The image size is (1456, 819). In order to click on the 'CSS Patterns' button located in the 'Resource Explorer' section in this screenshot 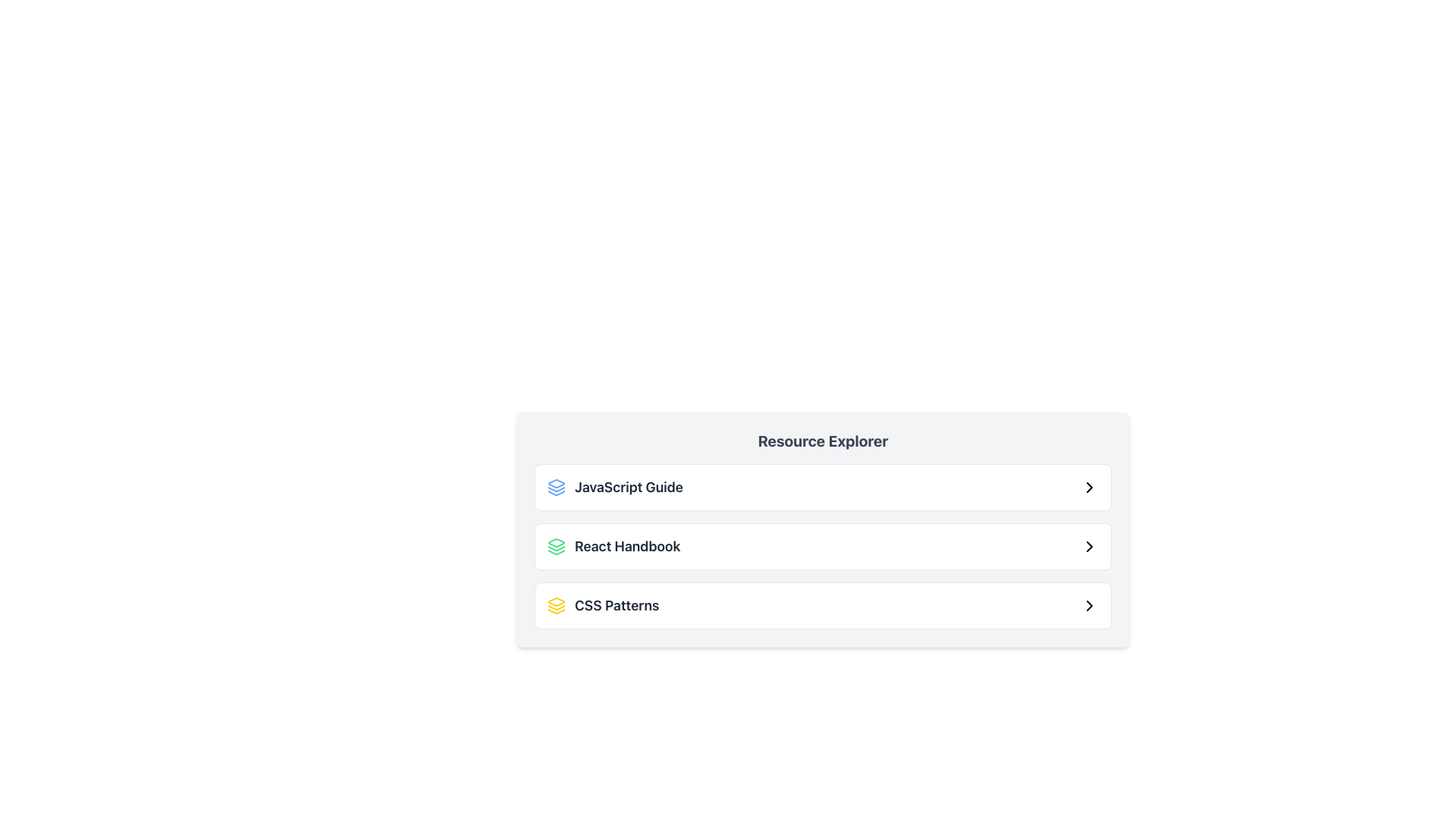, I will do `click(822, 592)`.